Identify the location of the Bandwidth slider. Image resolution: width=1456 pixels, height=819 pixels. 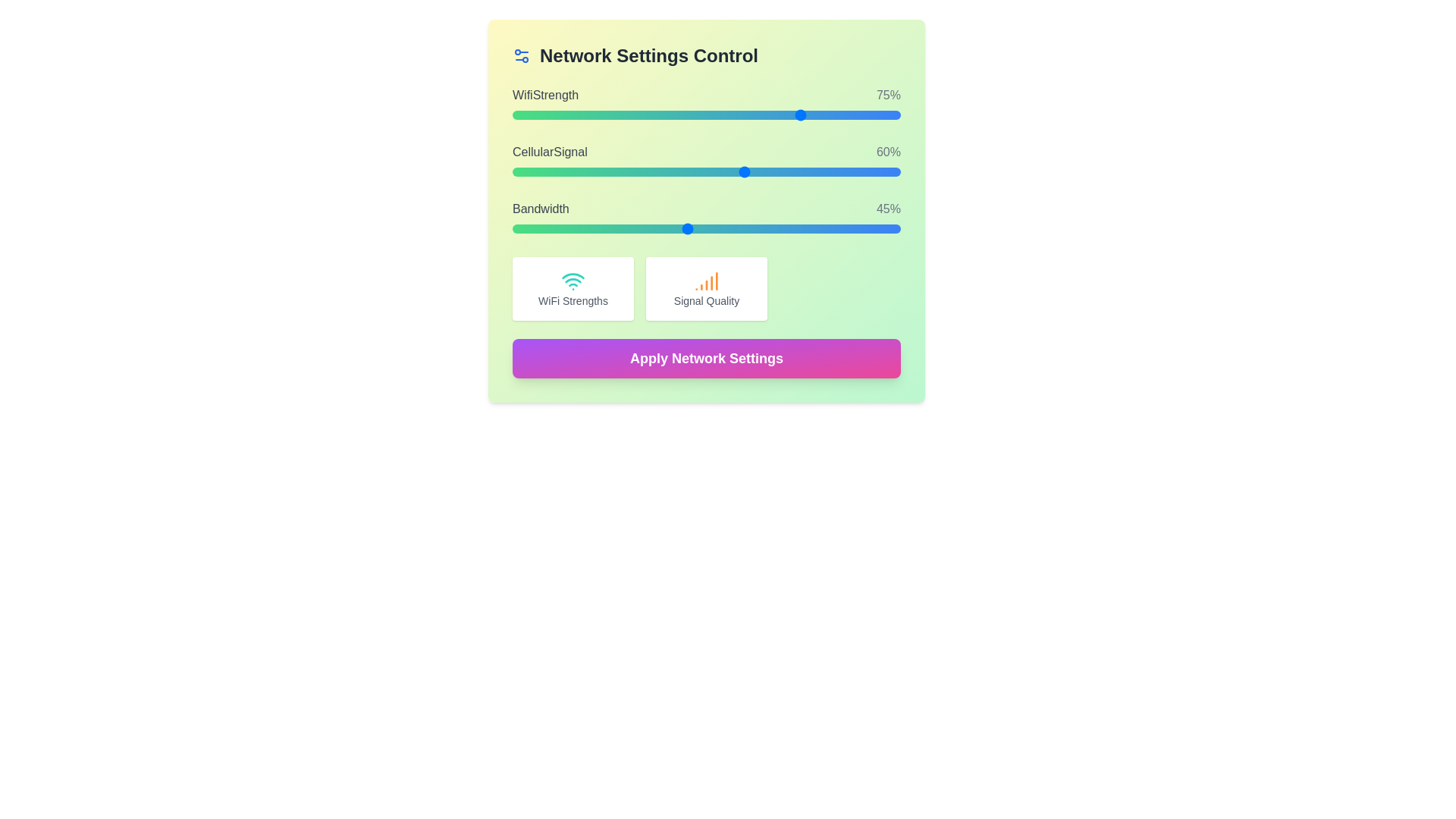
(660, 228).